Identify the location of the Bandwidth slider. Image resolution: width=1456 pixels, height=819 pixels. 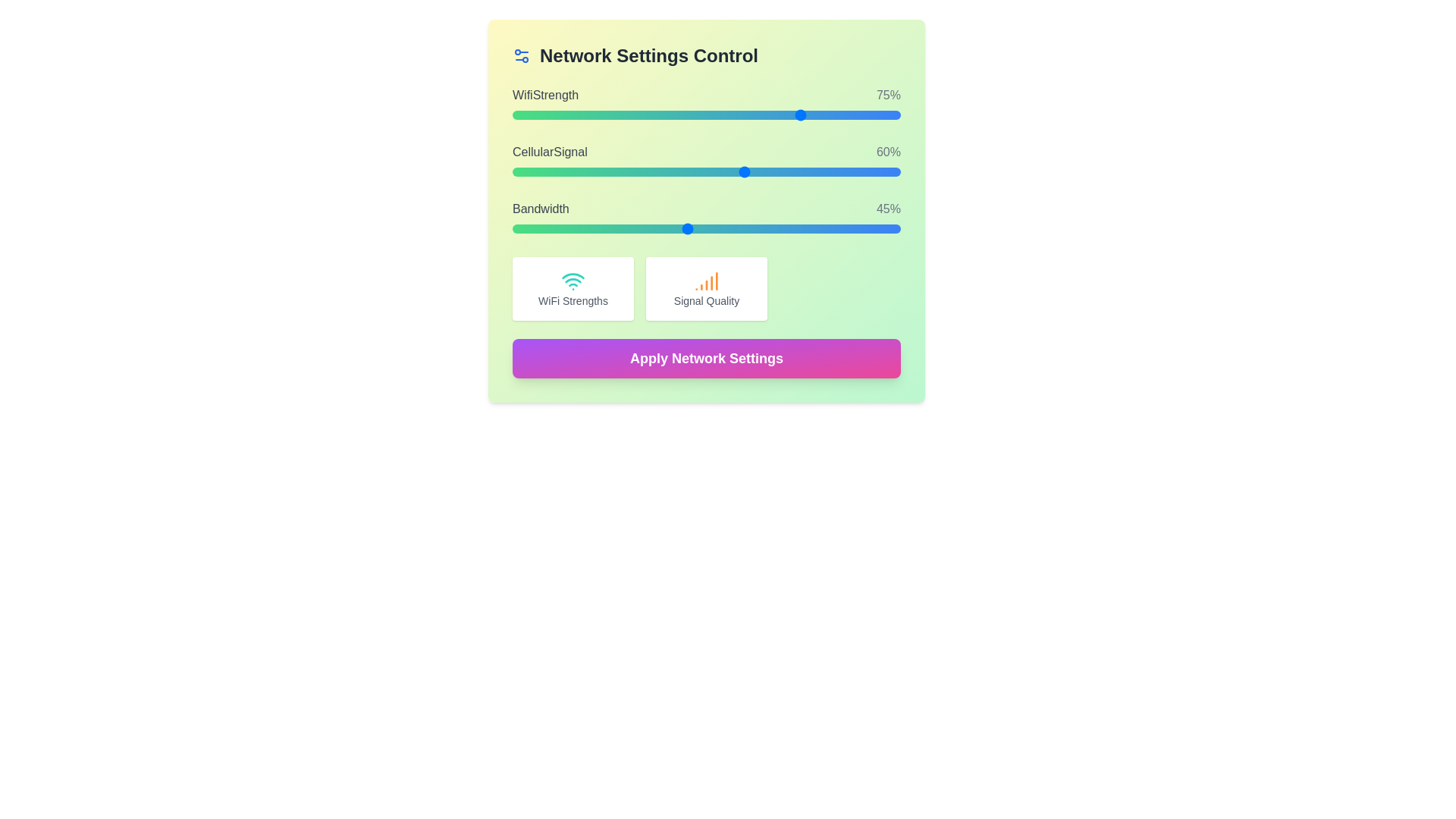
(660, 228).